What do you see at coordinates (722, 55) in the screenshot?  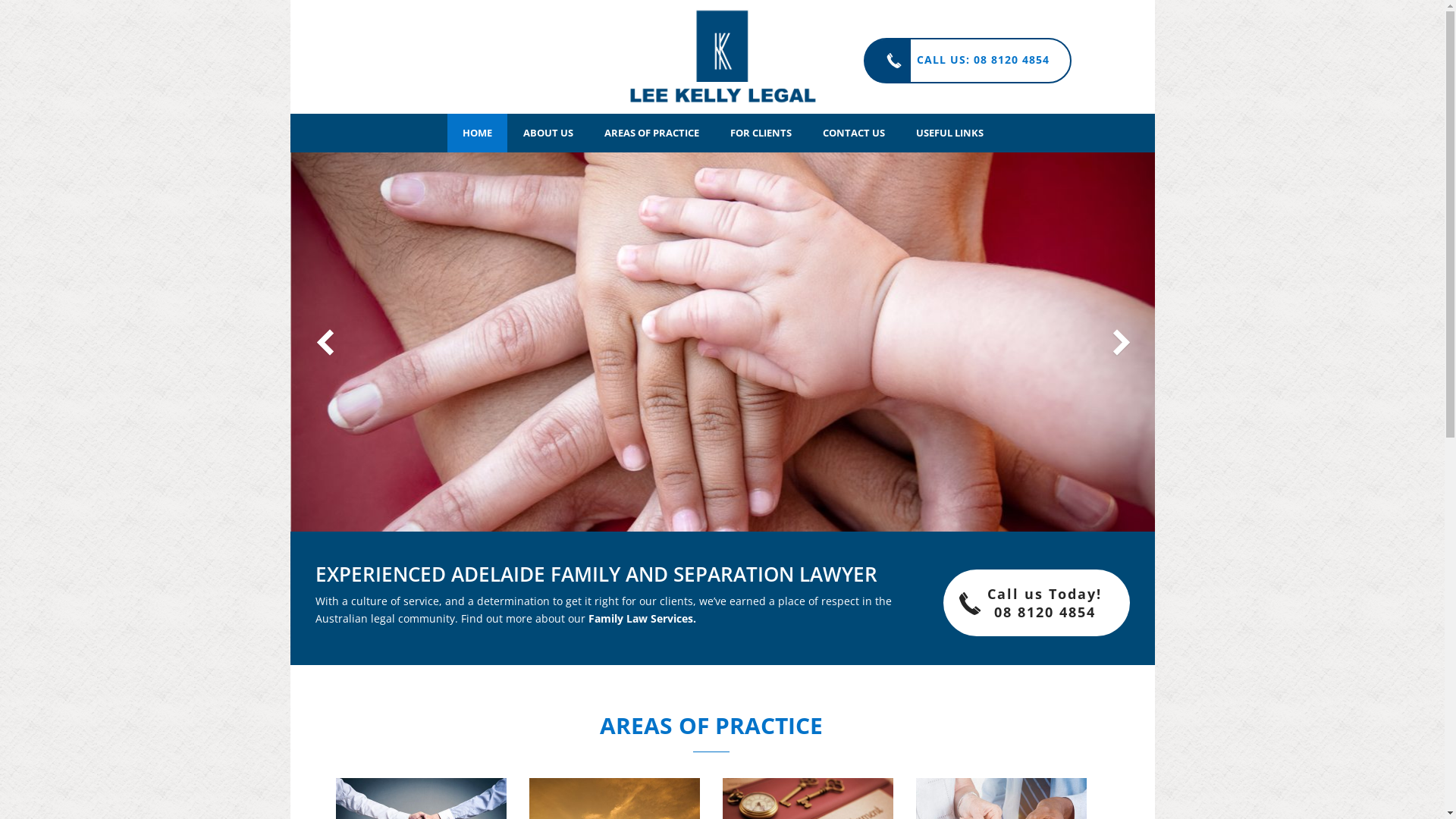 I see `'Lee Kelly Legal'` at bounding box center [722, 55].